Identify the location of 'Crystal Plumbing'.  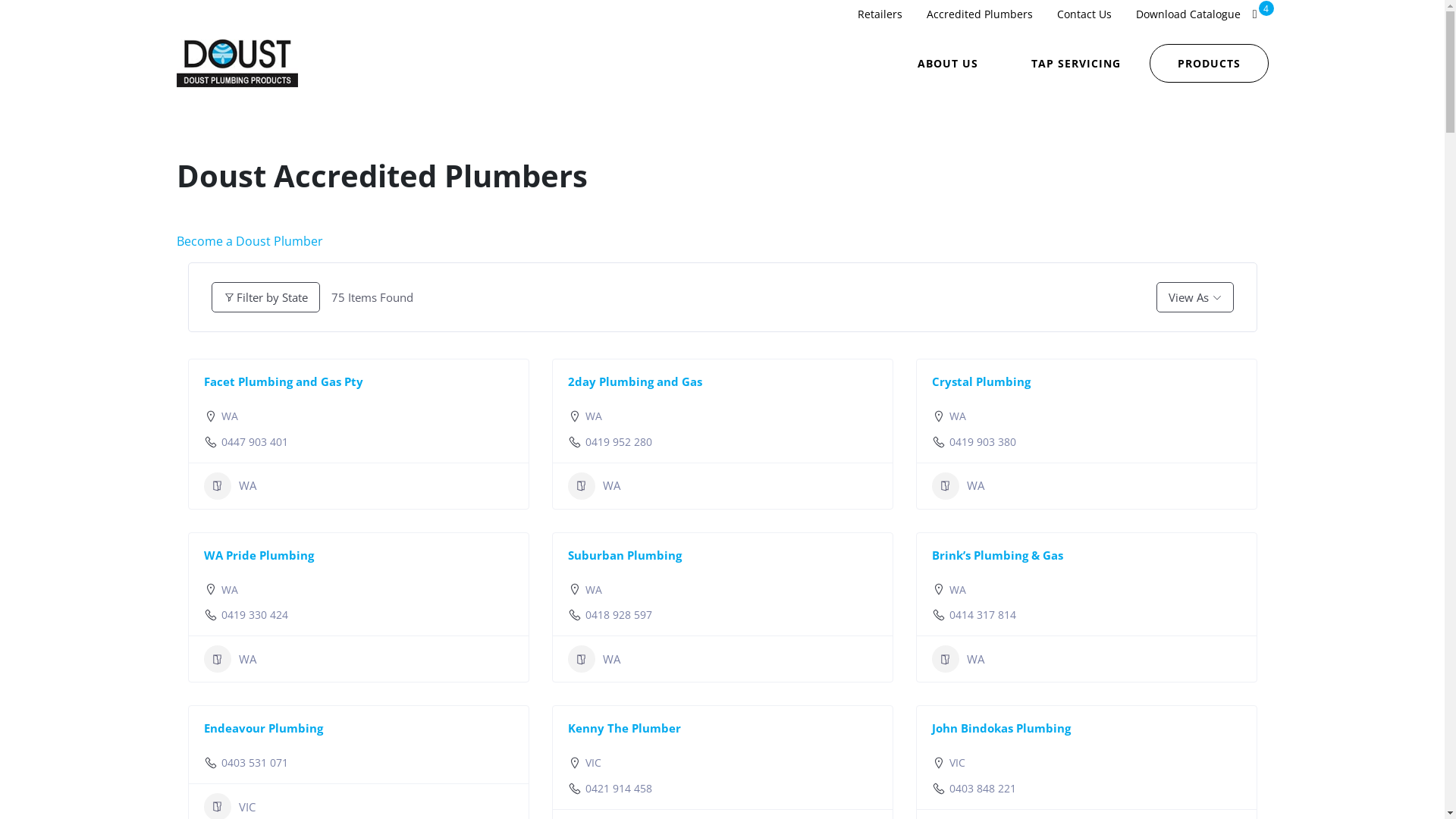
(980, 380).